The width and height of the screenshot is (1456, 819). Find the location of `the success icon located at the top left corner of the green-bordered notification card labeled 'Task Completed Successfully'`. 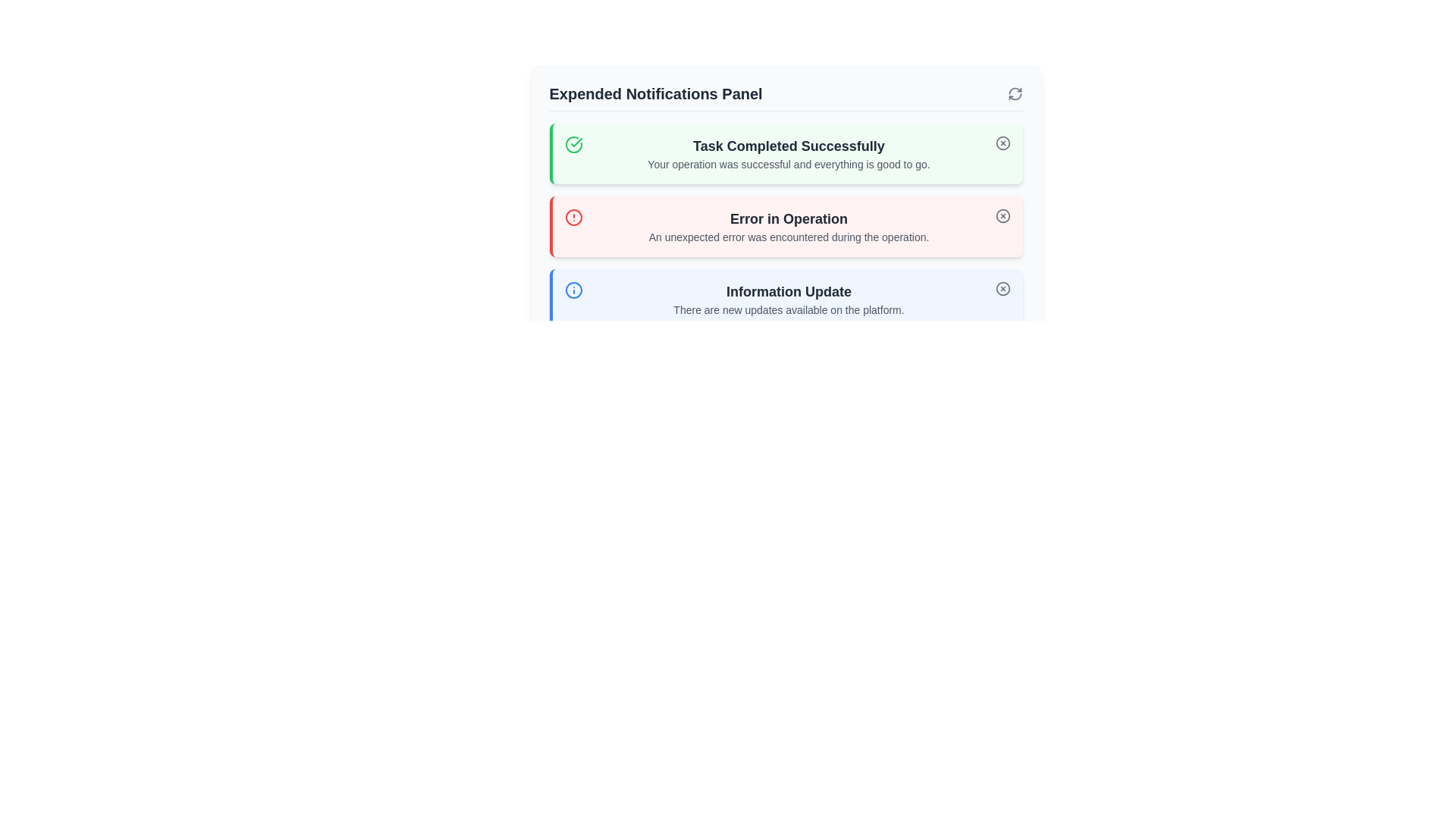

the success icon located at the top left corner of the green-bordered notification card labeled 'Task Completed Successfully' is located at coordinates (573, 145).